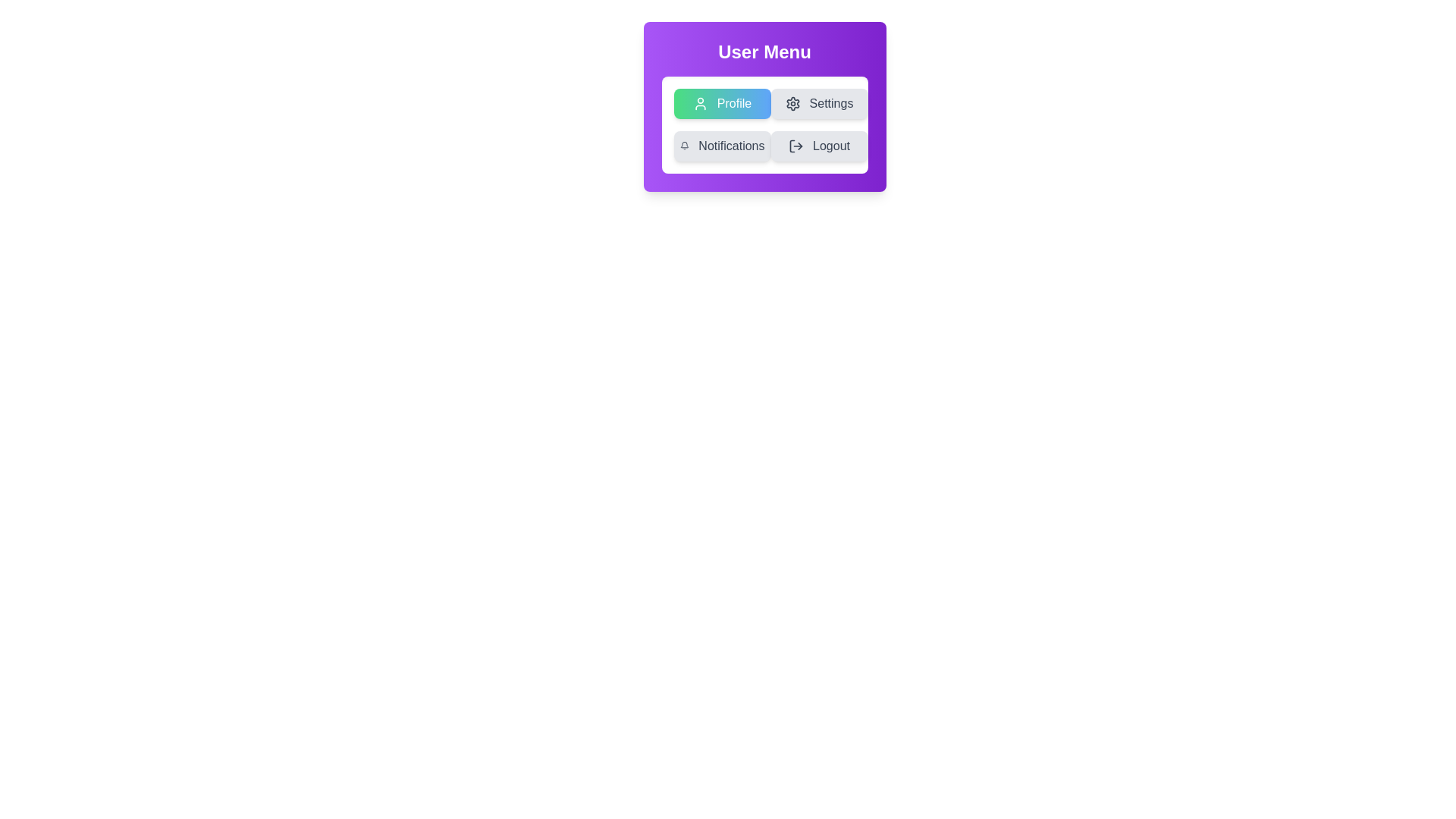  What do you see at coordinates (818, 146) in the screenshot?
I see `the menu option Logout by clicking on its button` at bounding box center [818, 146].